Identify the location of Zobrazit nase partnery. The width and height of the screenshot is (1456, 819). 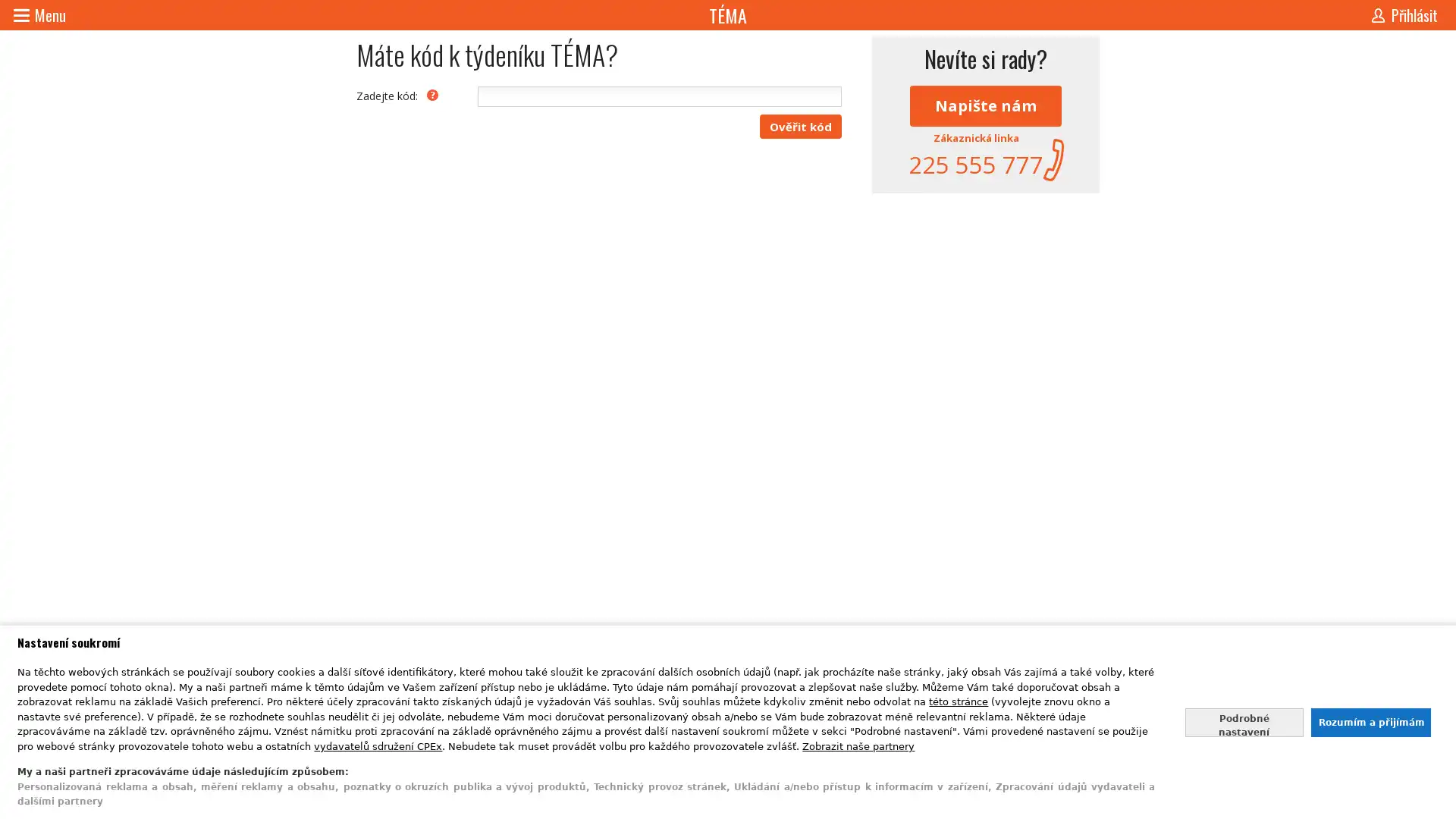
(858, 745).